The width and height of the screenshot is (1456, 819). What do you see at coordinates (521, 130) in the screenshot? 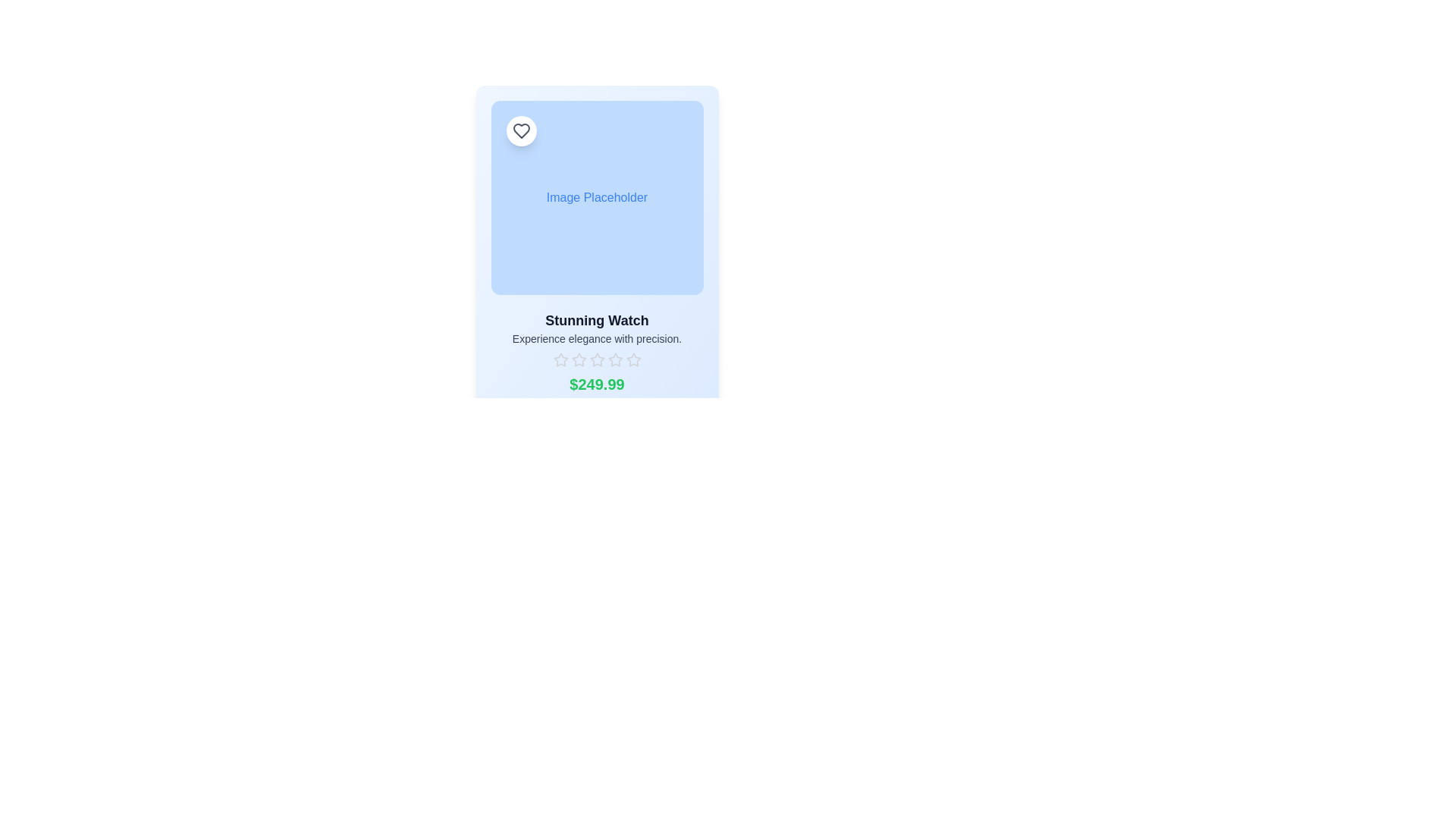
I see `the 'like' button located at the top-left corner of the image placeholder area to mark the item as liked` at bounding box center [521, 130].